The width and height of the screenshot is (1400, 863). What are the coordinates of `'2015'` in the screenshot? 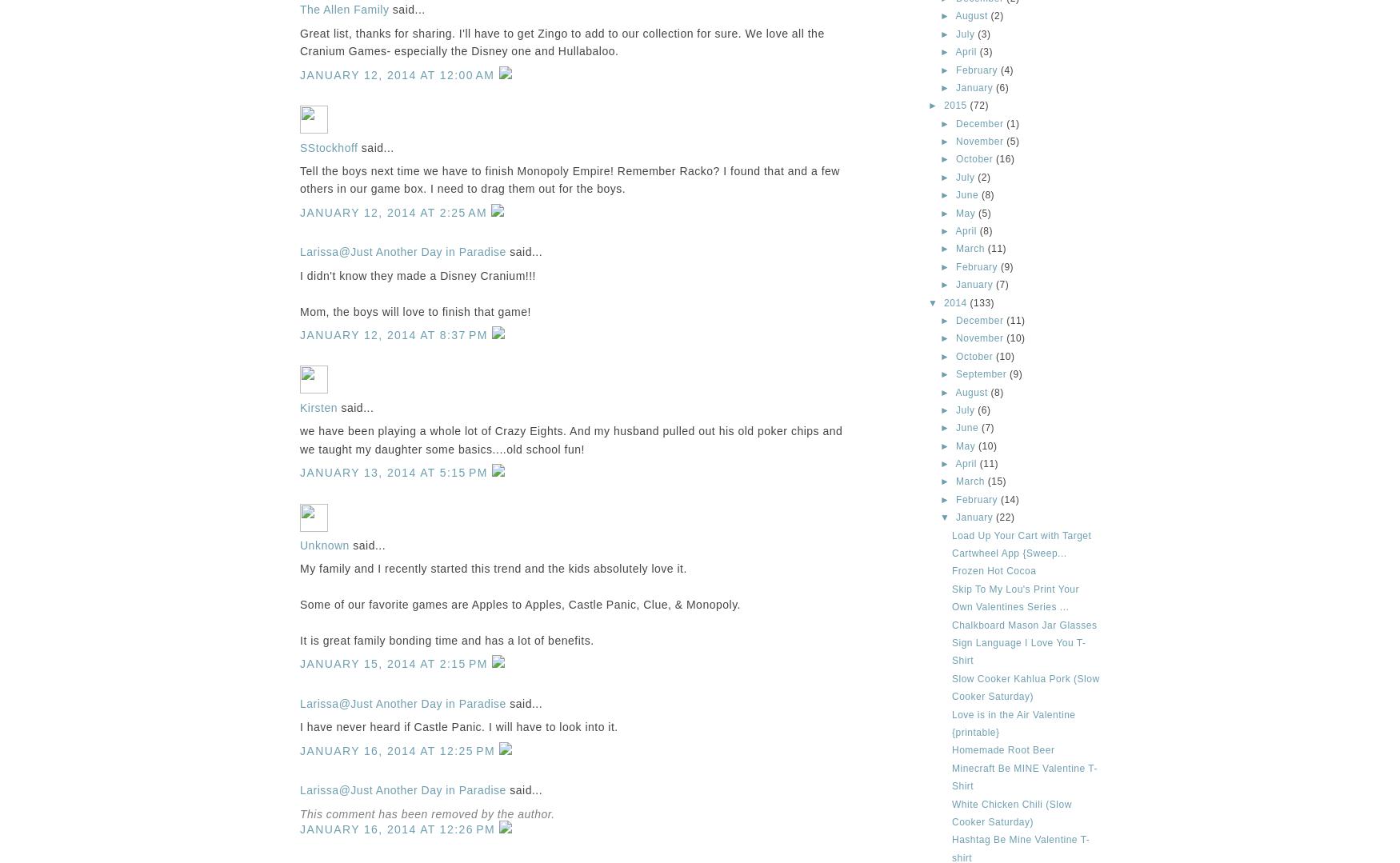 It's located at (956, 104).